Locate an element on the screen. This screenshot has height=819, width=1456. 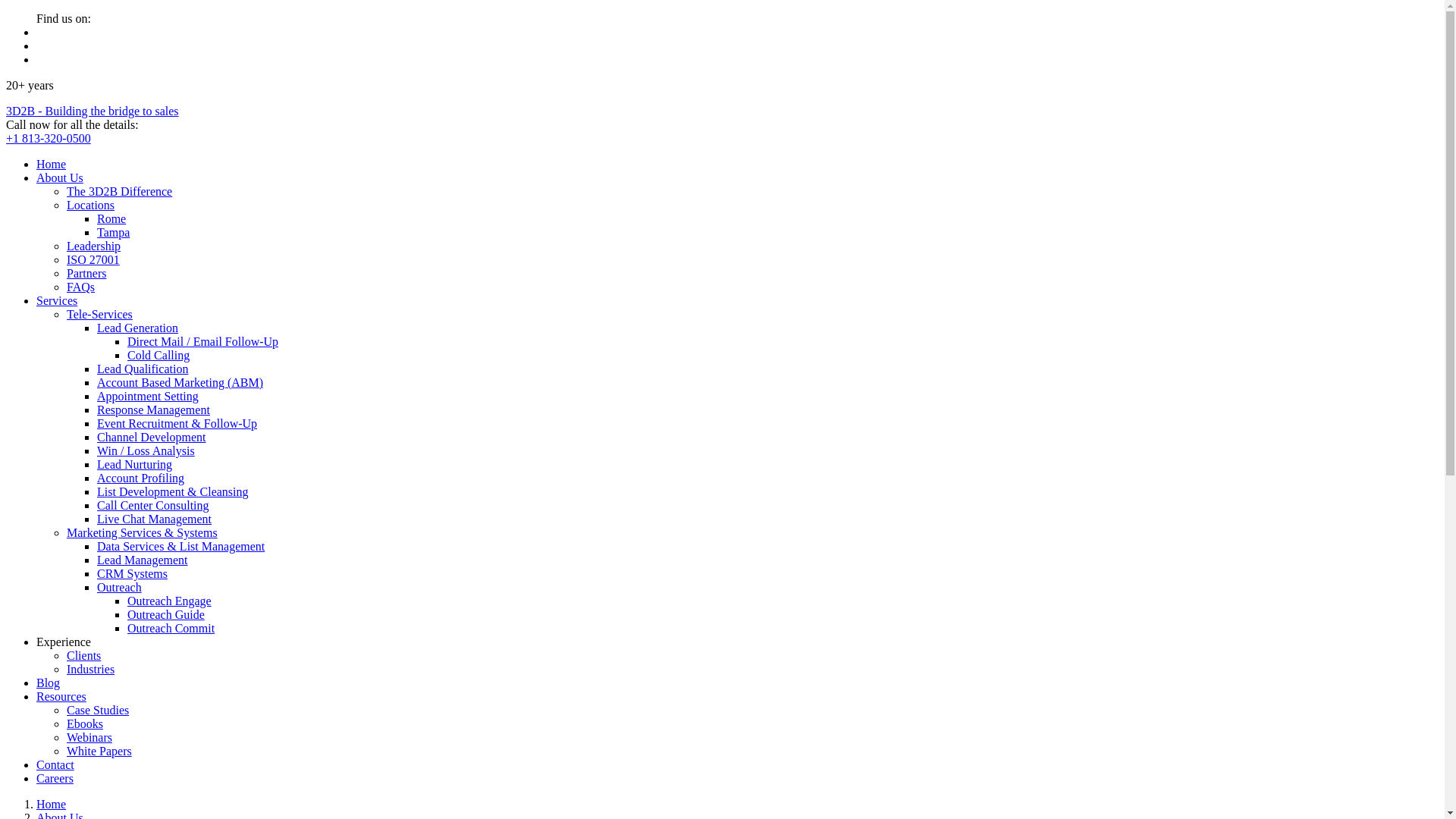
'Appointment Setting' is located at coordinates (148, 395).